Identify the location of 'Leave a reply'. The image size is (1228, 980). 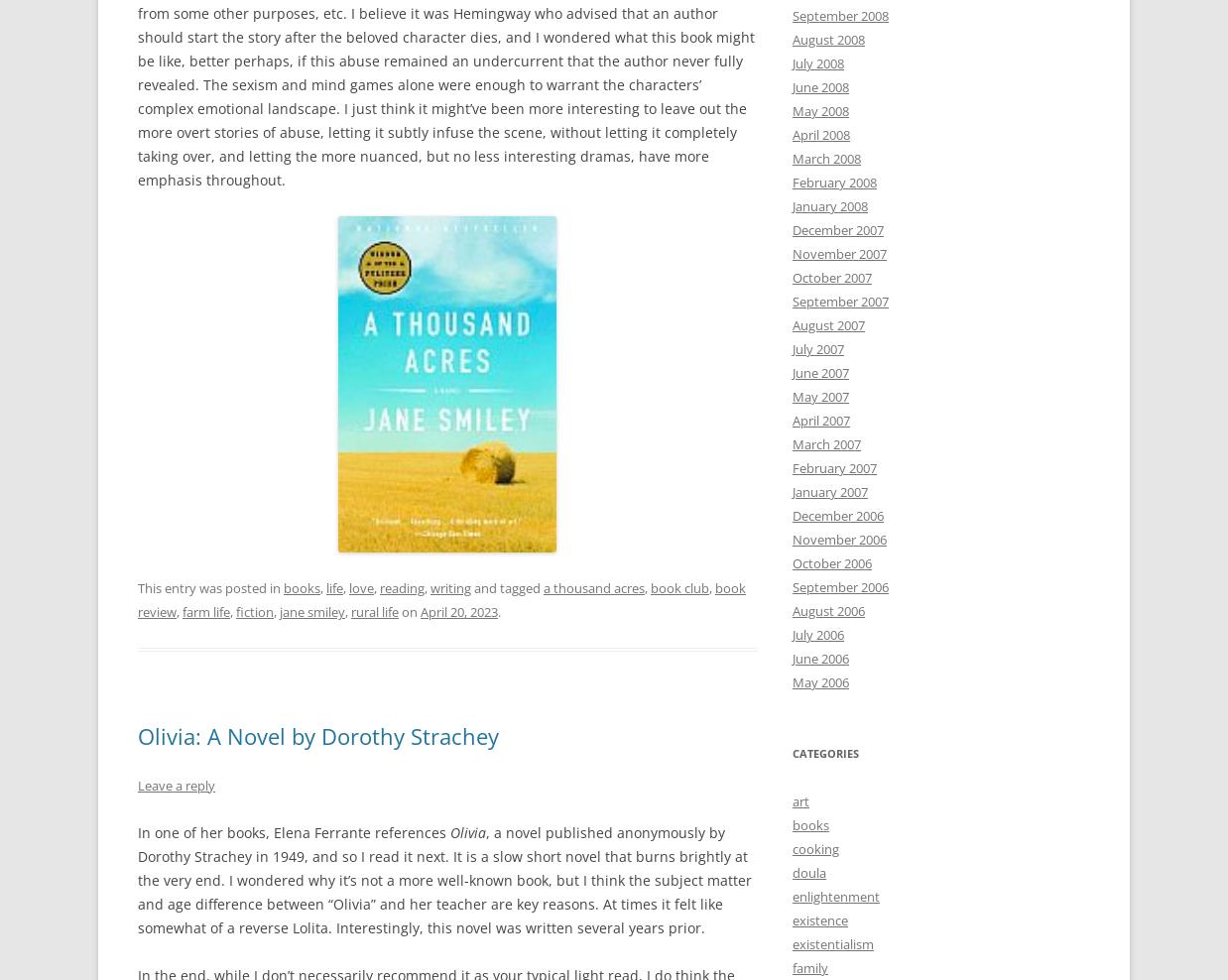
(177, 783).